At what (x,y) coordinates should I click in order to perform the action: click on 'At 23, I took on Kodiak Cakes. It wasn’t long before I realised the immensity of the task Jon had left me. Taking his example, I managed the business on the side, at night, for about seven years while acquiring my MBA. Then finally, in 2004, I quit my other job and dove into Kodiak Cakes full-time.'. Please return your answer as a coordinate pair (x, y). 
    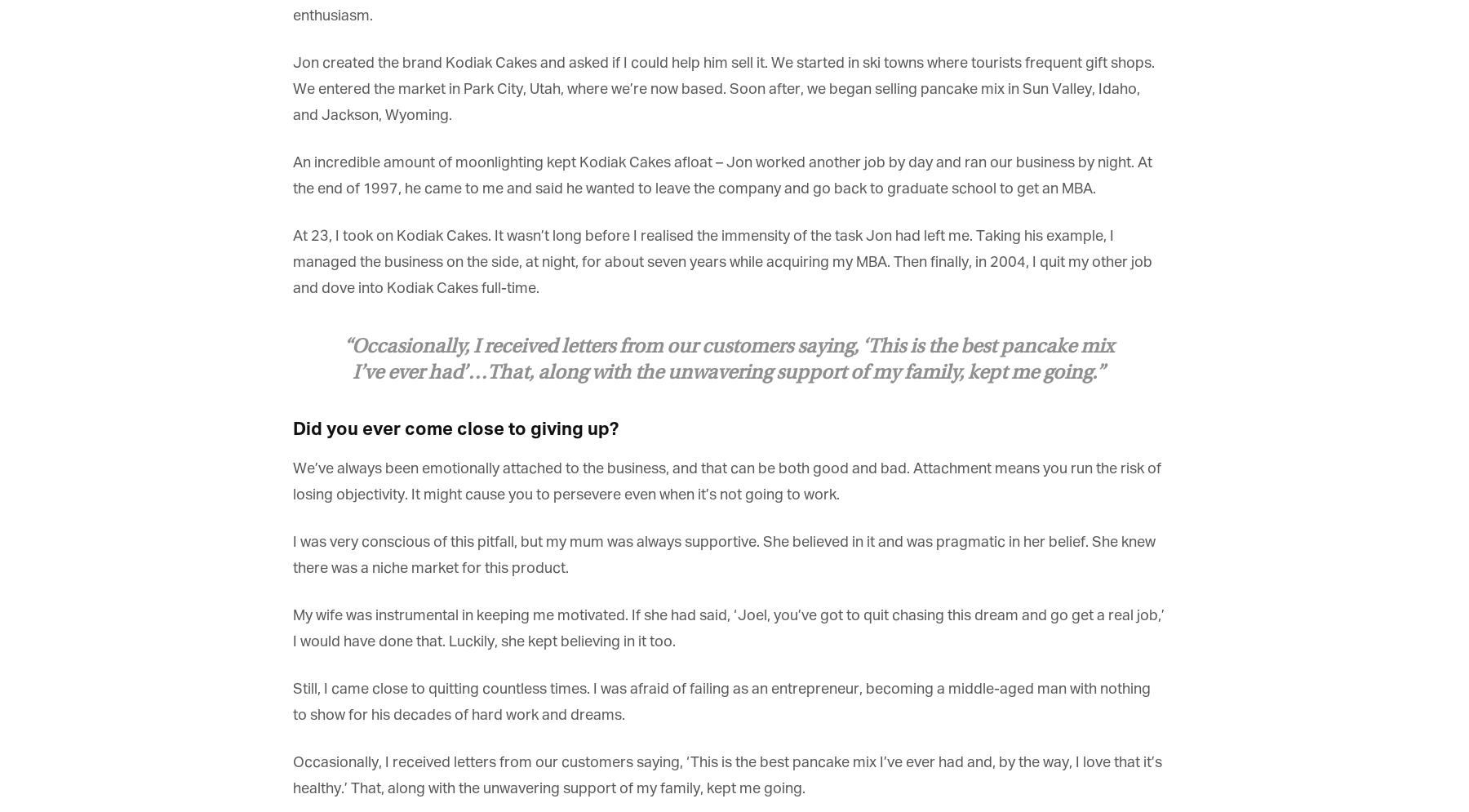
    Looking at the image, I should click on (292, 262).